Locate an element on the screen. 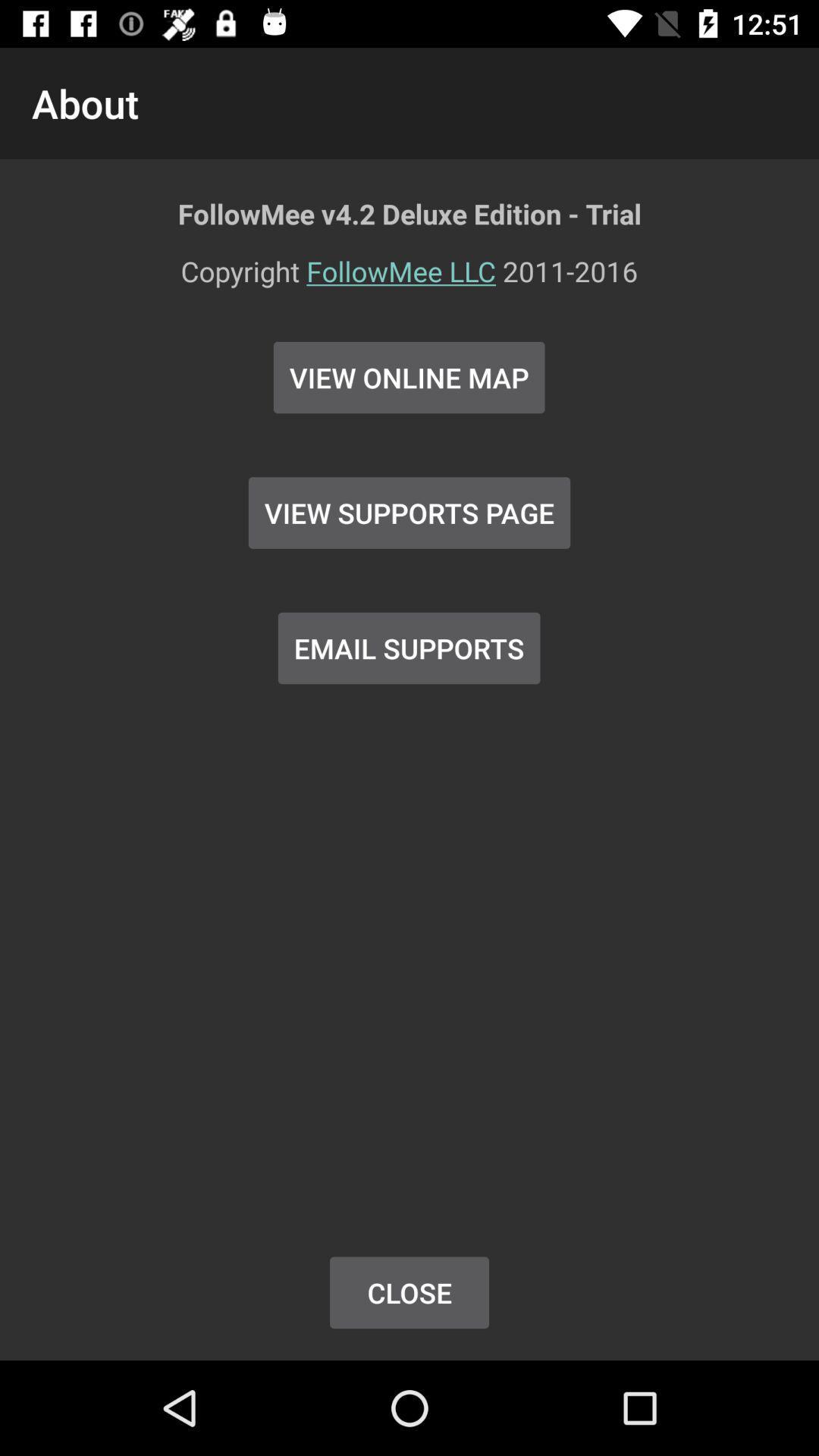  item above close item is located at coordinates (408, 648).